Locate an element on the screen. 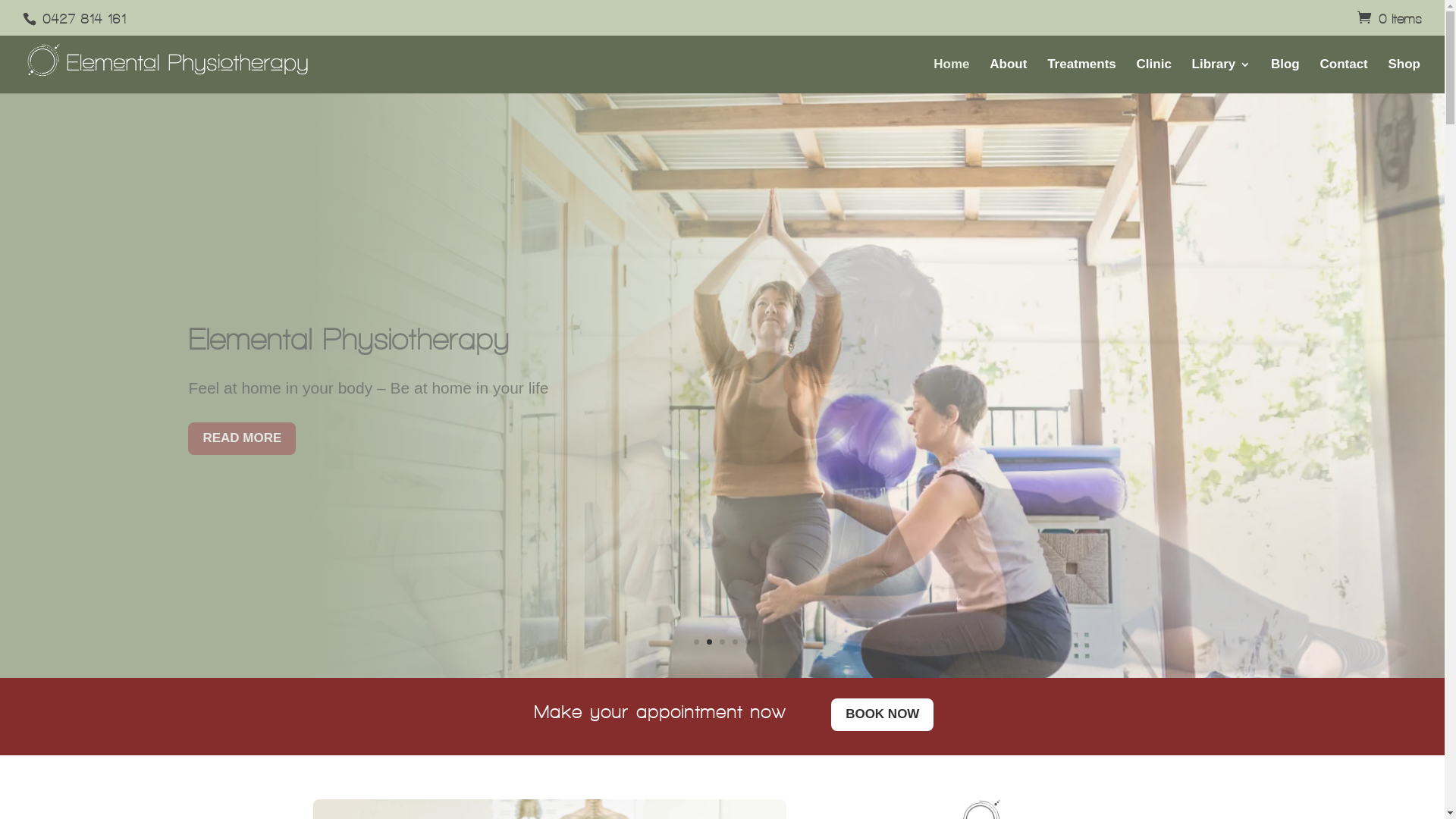  '2' is located at coordinates (708, 642).